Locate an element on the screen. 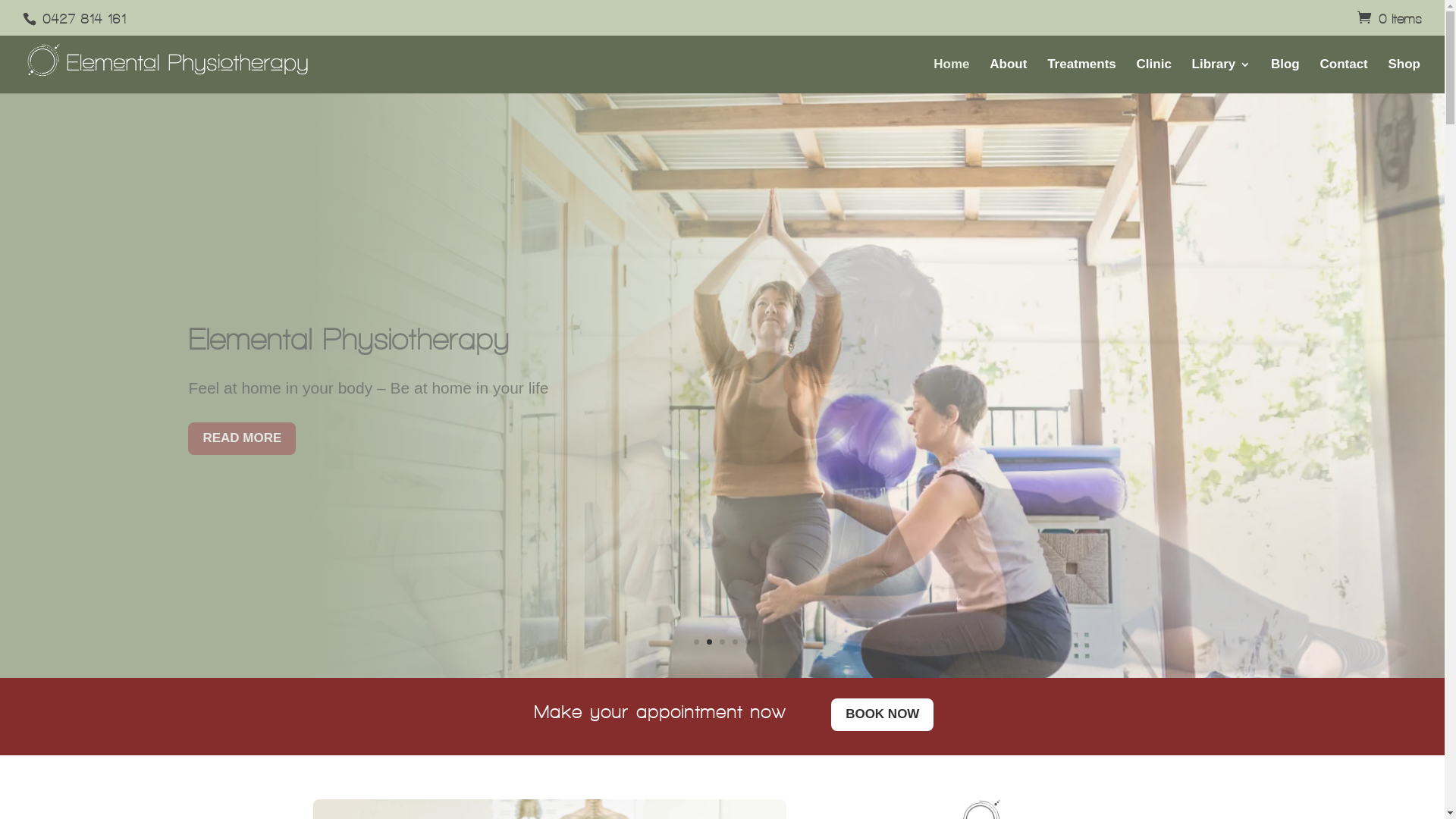  '2' is located at coordinates (708, 642).